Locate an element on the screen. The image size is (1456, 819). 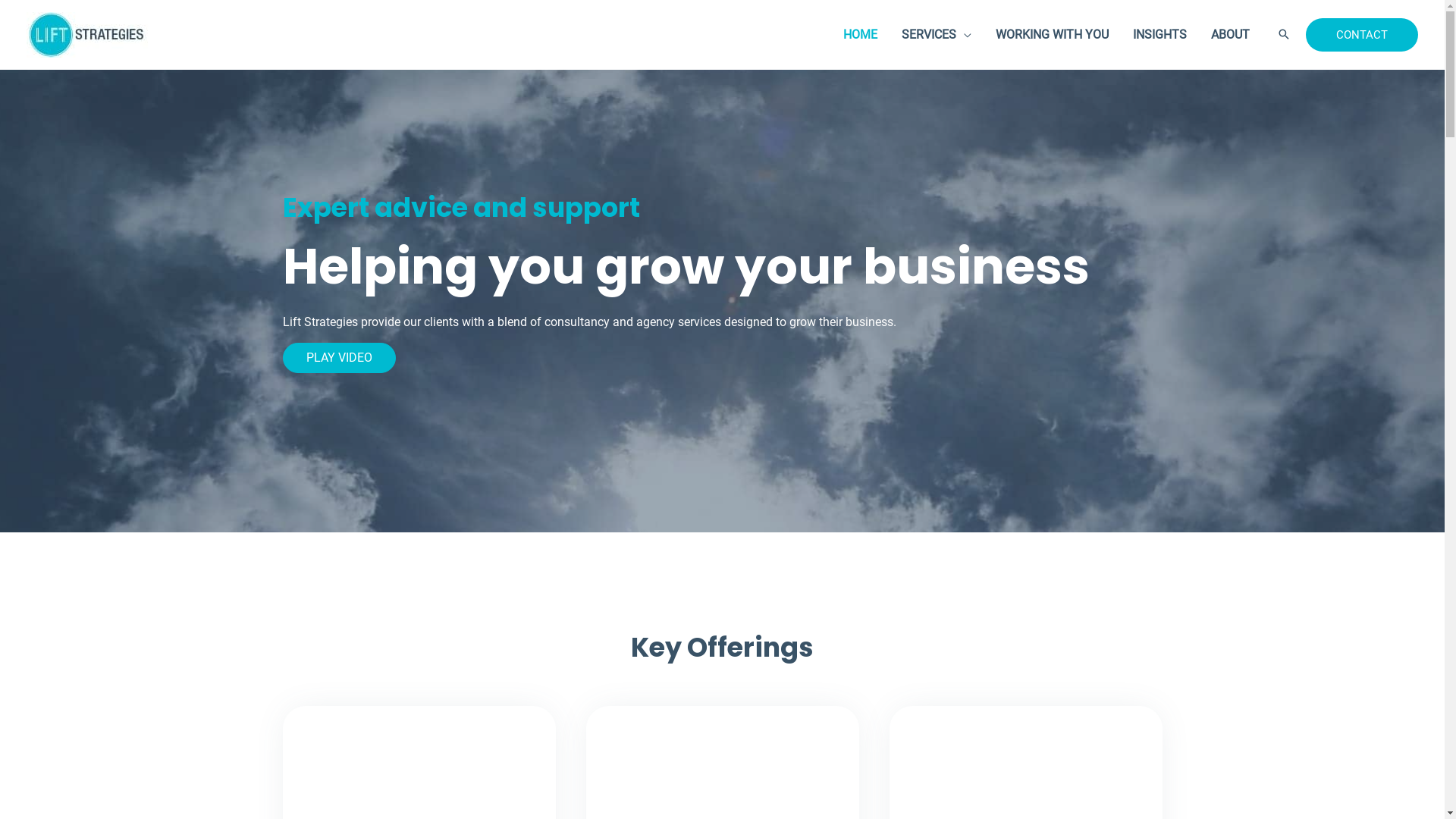
'HOME' is located at coordinates (860, 34).